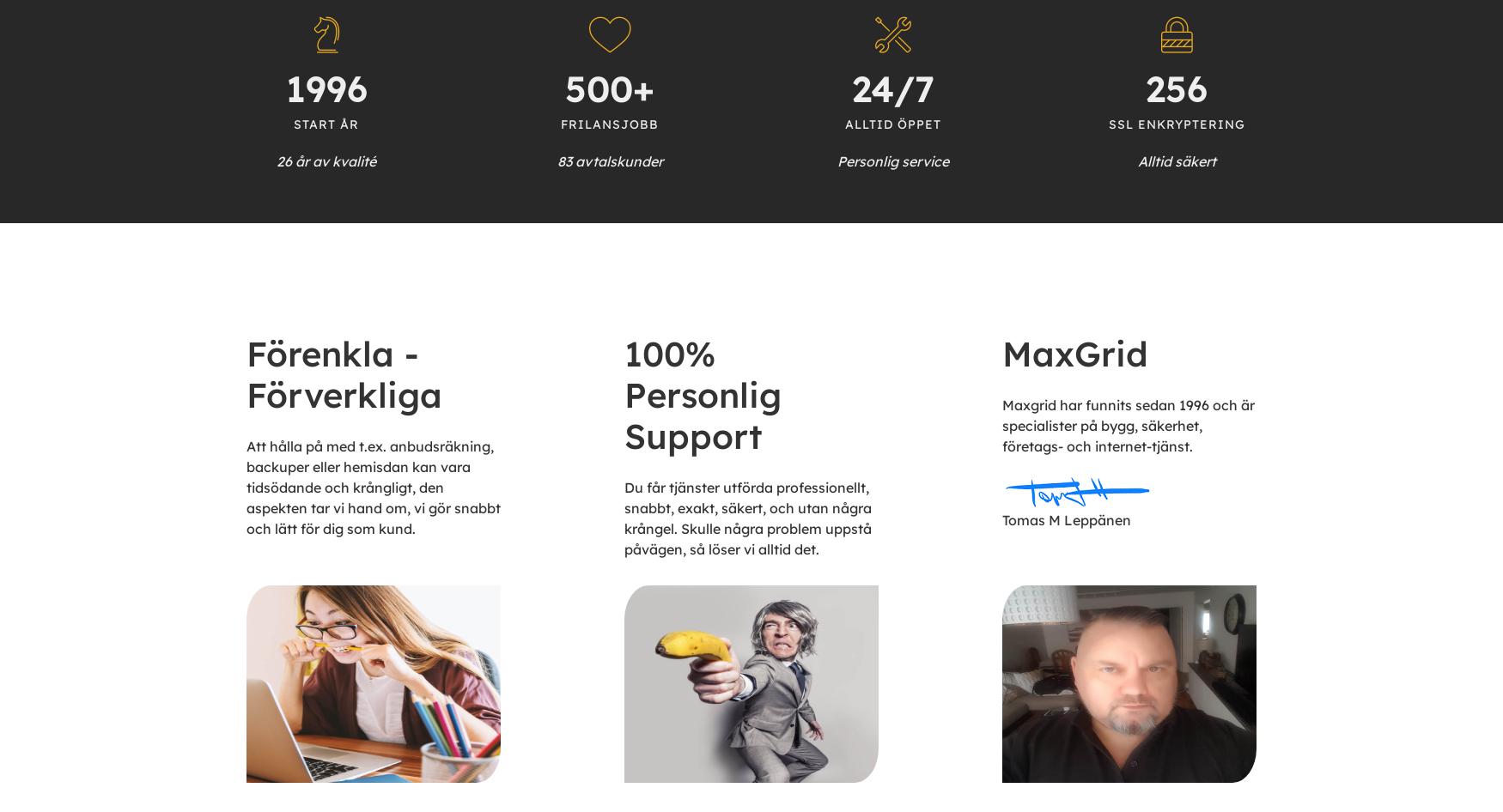 Image resolution: width=1503 pixels, height=812 pixels. I want to click on 'Att hålla på med t.ex. anbudsräkning, backuper eller hemisdan kan vara tidsödande och krångligt, den aspekten tar vi hand om, vi gör snabbt och lätt för dig som kund.', so click(373, 486).